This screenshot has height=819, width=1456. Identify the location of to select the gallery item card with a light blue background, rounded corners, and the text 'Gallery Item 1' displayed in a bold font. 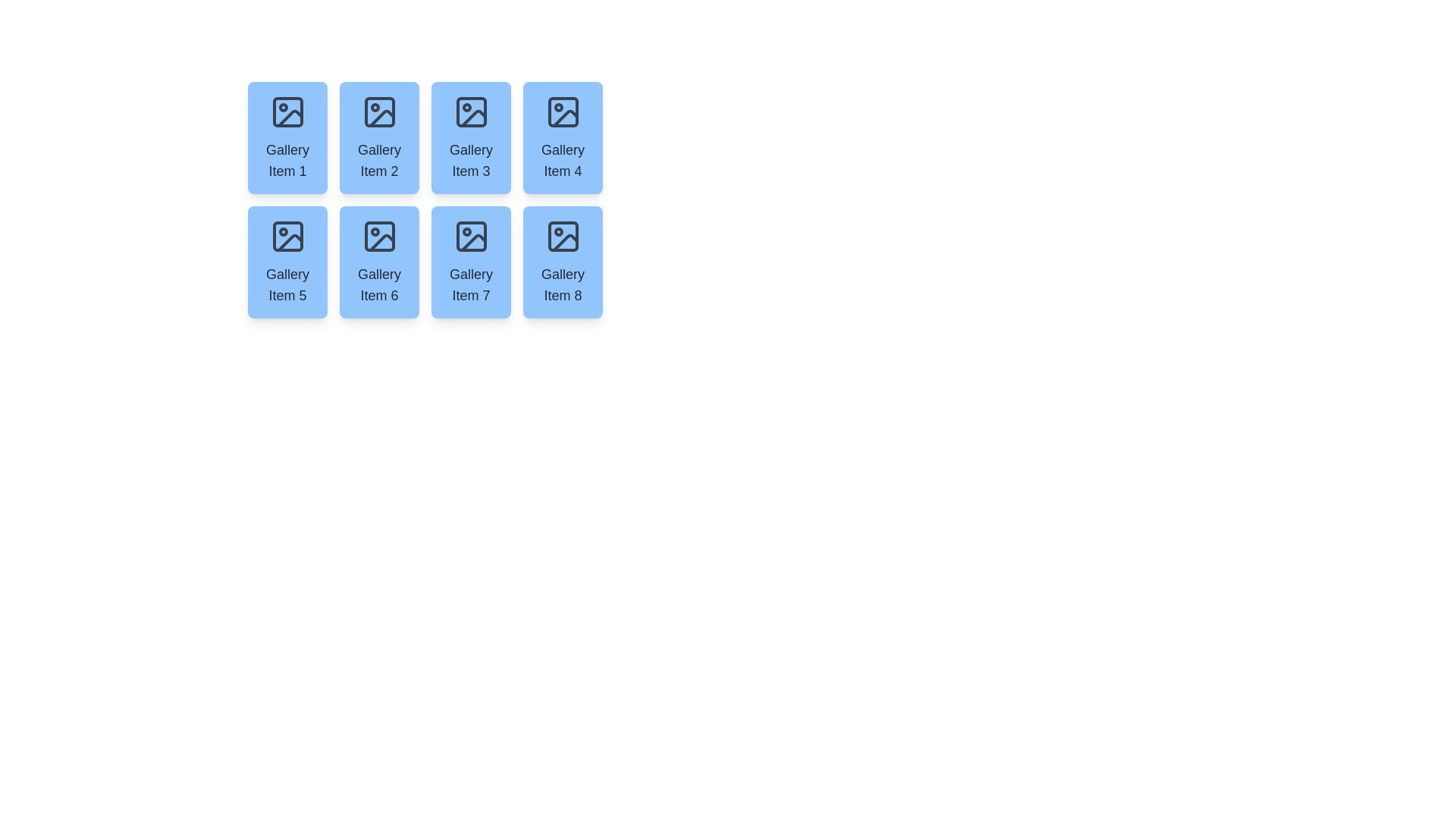
(287, 137).